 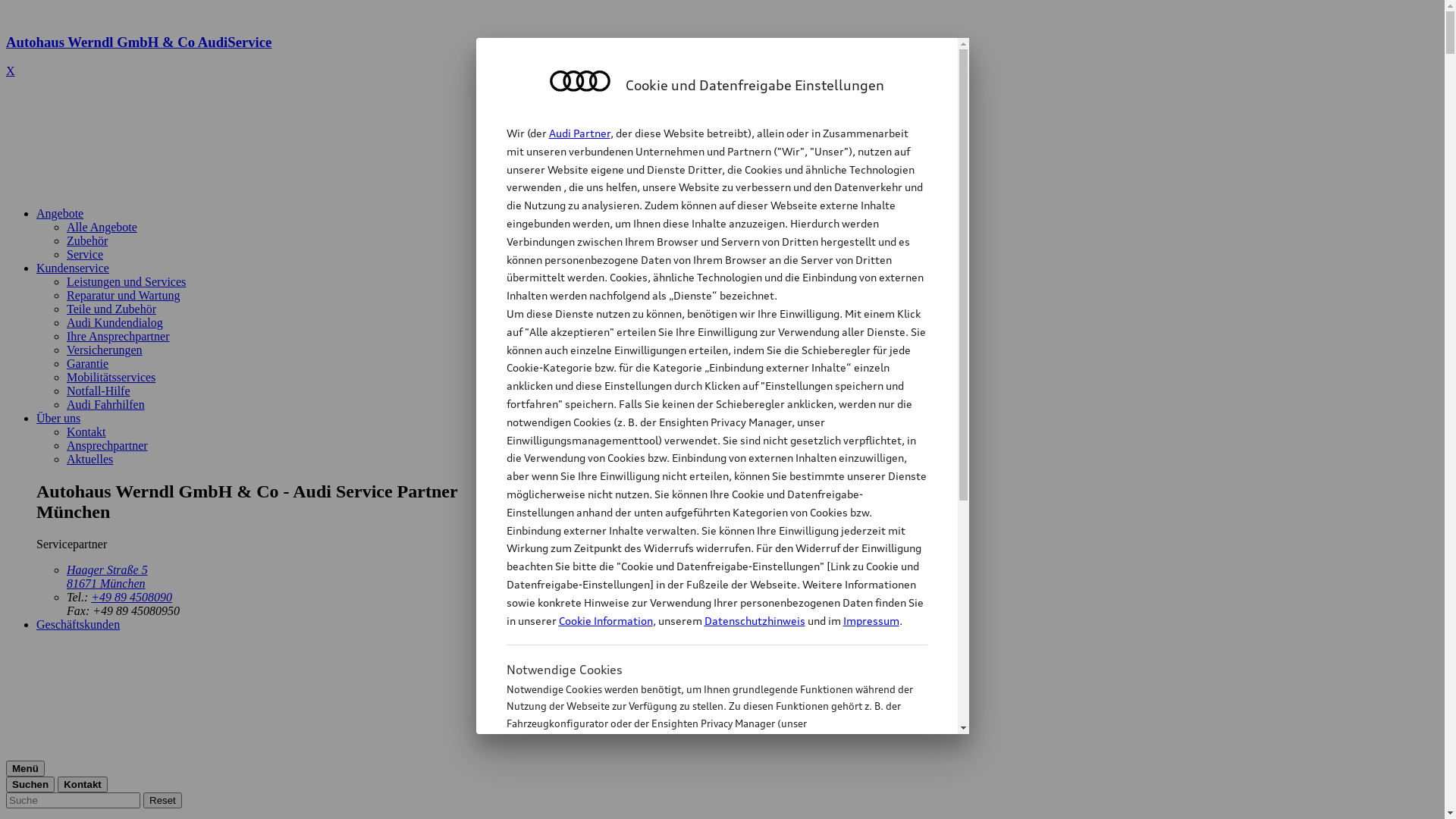 What do you see at coordinates (114, 322) in the screenshot?
I see `'Audi Kundendialog'` at bounding box center [114, 322].